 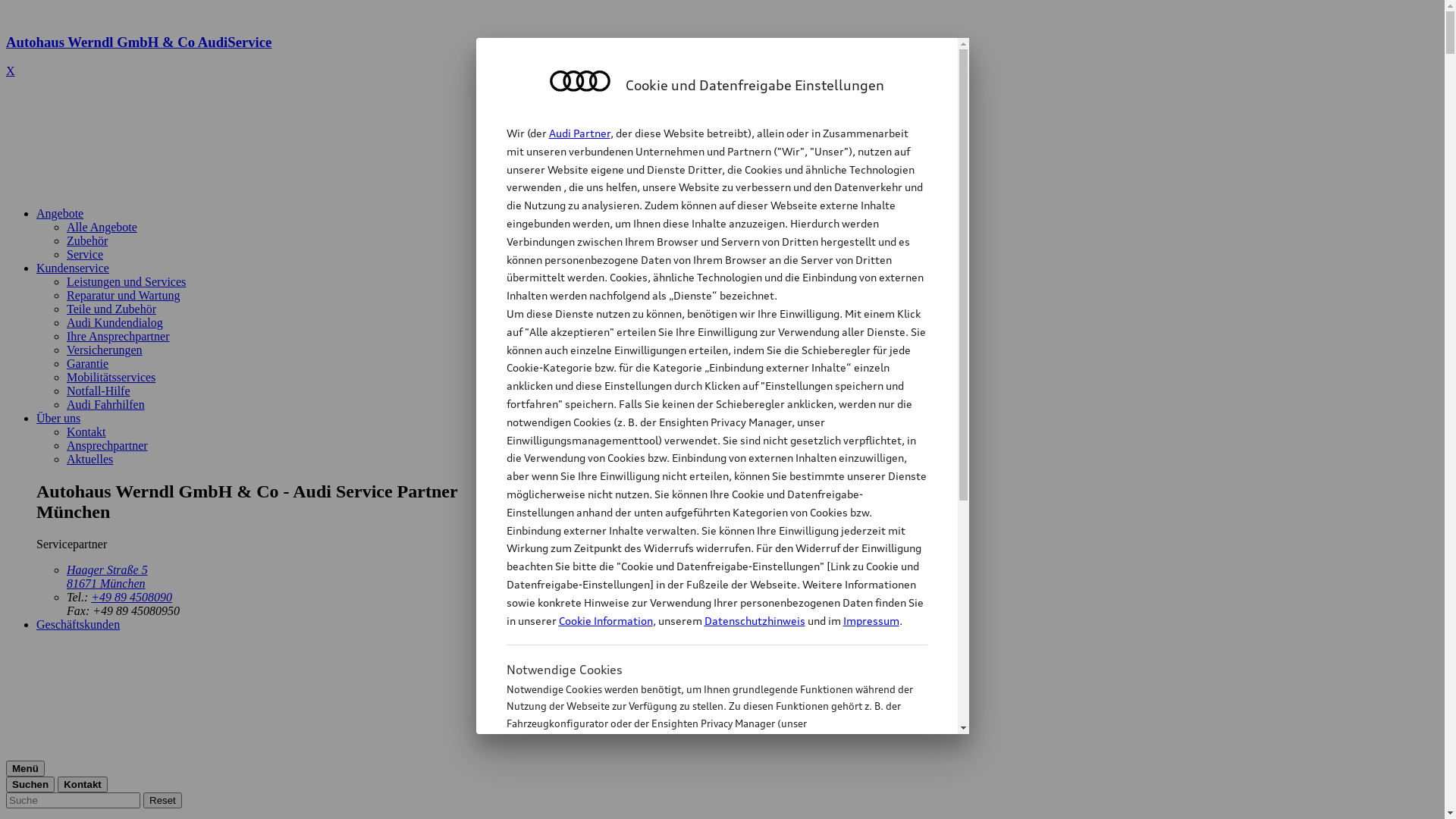 What do you see at coordinates (114, 322) in the screenshot?
I see `'Audi Kundendialog'` at bounding box center [114, 322].